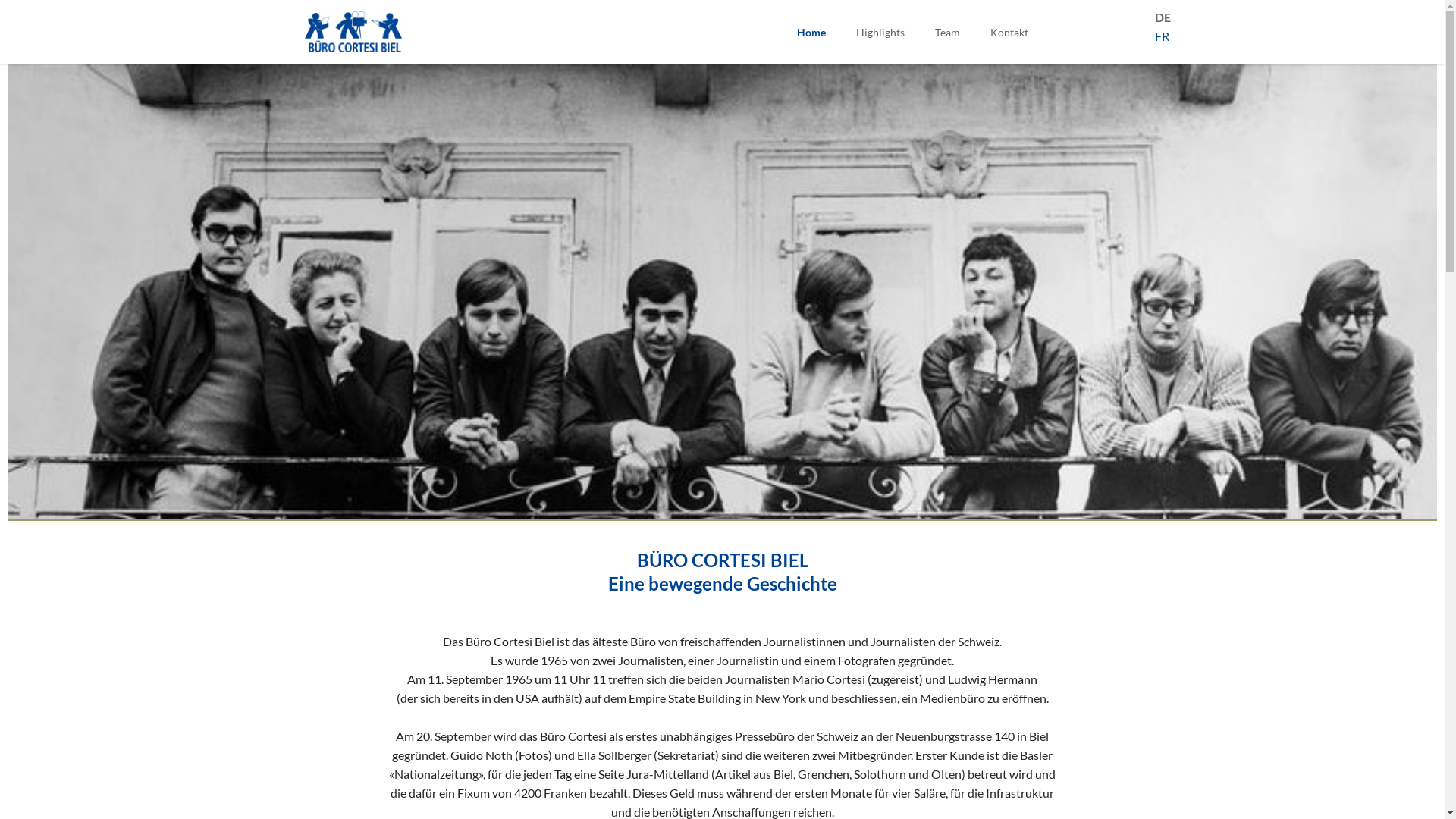 This screenshot has width=1456, height=819. I want to click on 'FR', so click(1153, 35).